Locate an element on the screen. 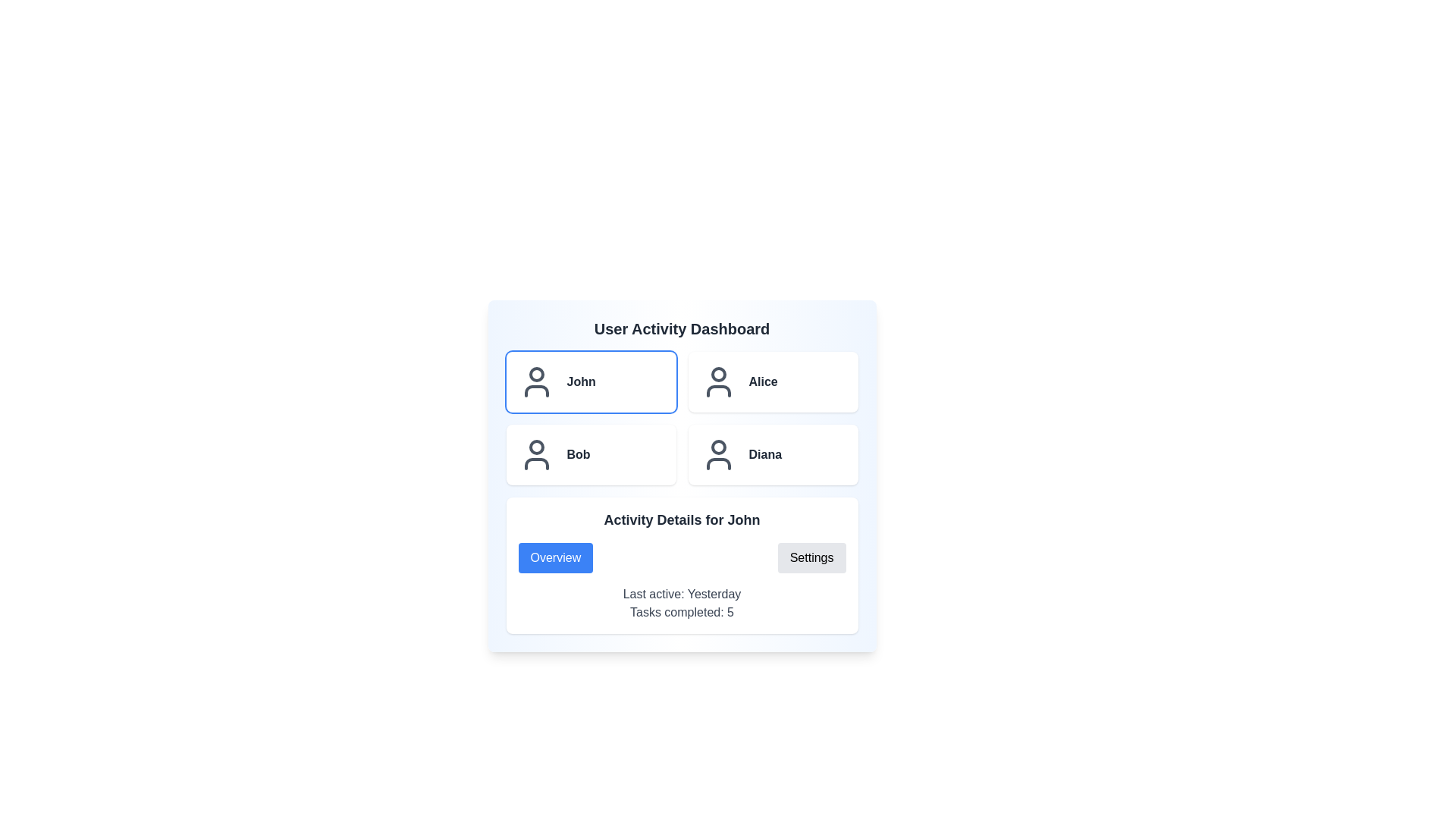 The image size is (1456, 819). lower torso segment of the icon representing 'John' in the first row and first column of the user grid on the dashboard for graphical details is located at coordinates (536, 391).